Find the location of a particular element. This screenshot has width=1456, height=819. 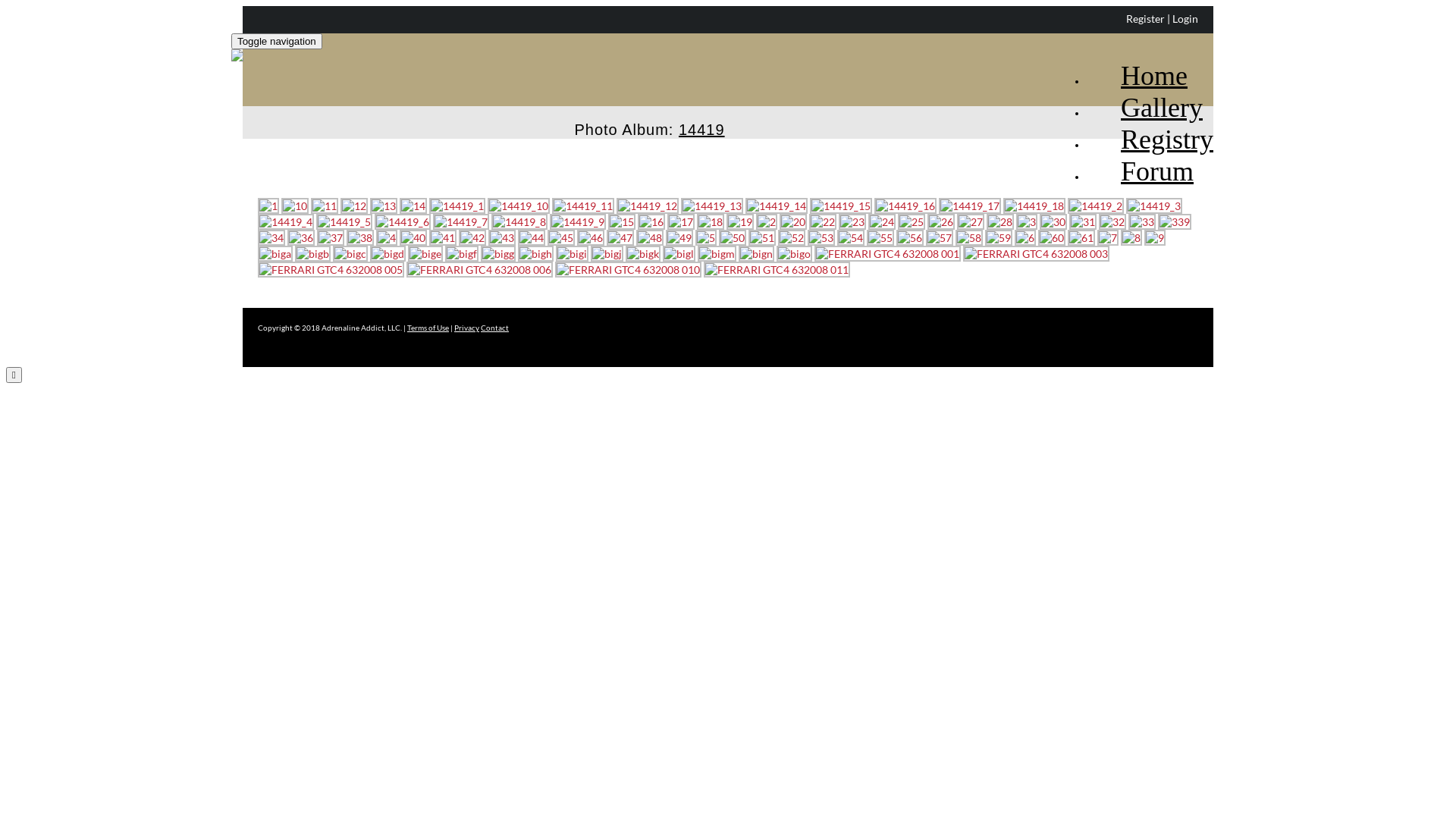

'37 (click to enlarge)' is located at coordinates (330, 237).